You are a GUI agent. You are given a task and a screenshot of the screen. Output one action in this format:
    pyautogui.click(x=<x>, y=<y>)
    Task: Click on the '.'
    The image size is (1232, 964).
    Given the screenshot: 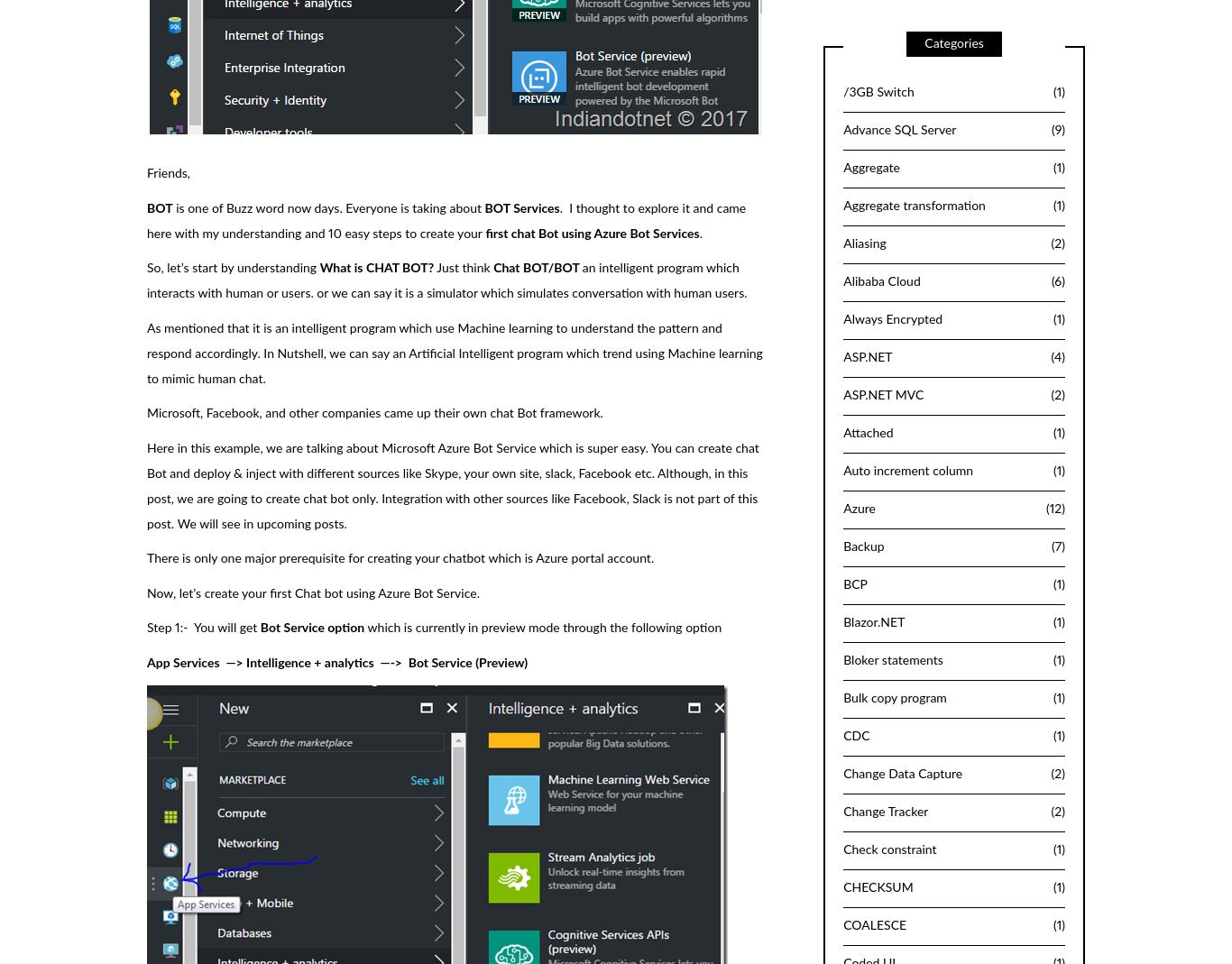 What is the action you would take?
    pyautogui.click(x=700, y=233)
    